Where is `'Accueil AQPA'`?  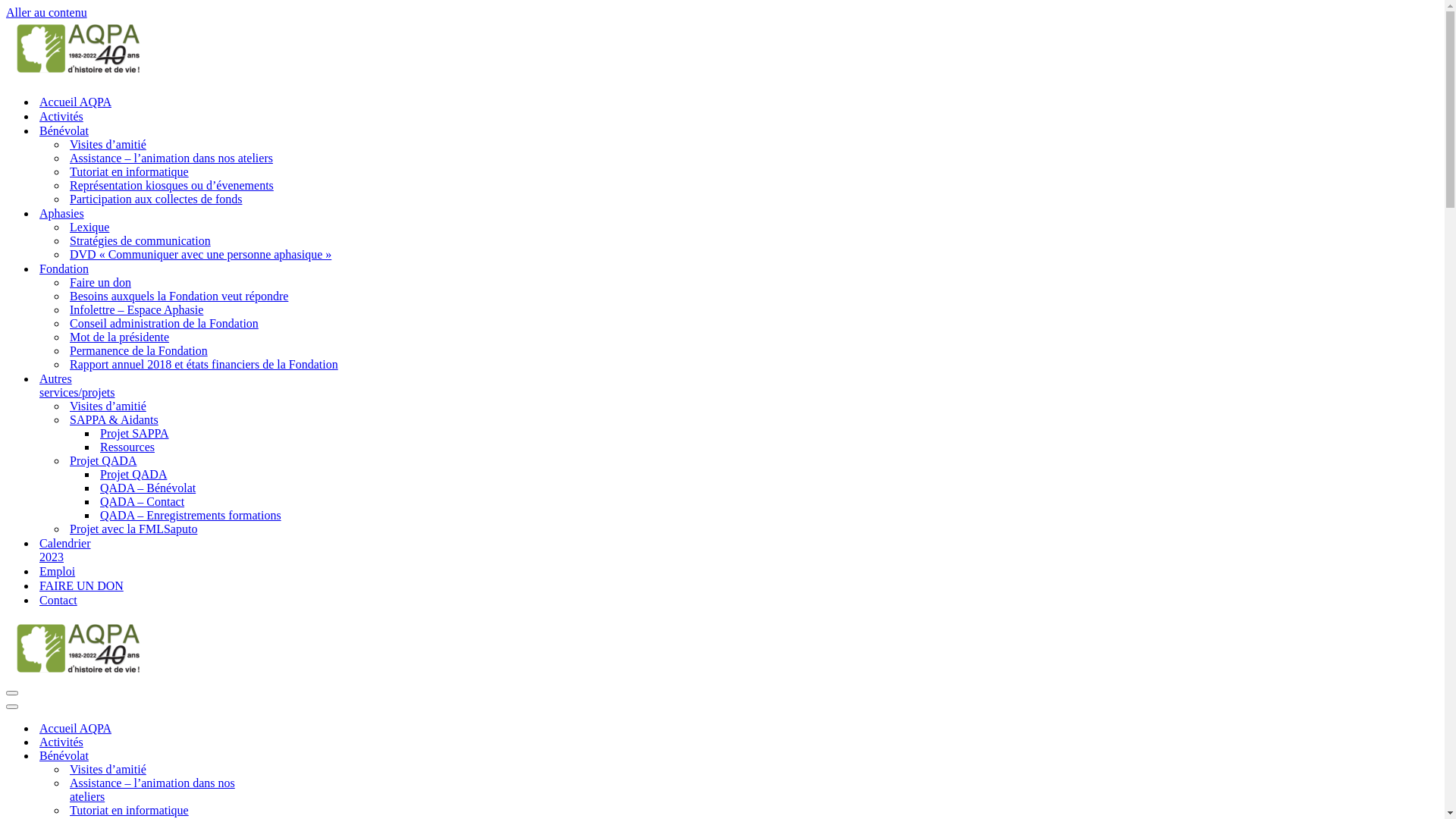 'Accueil AQPA' is located at coordinates (39, 102).